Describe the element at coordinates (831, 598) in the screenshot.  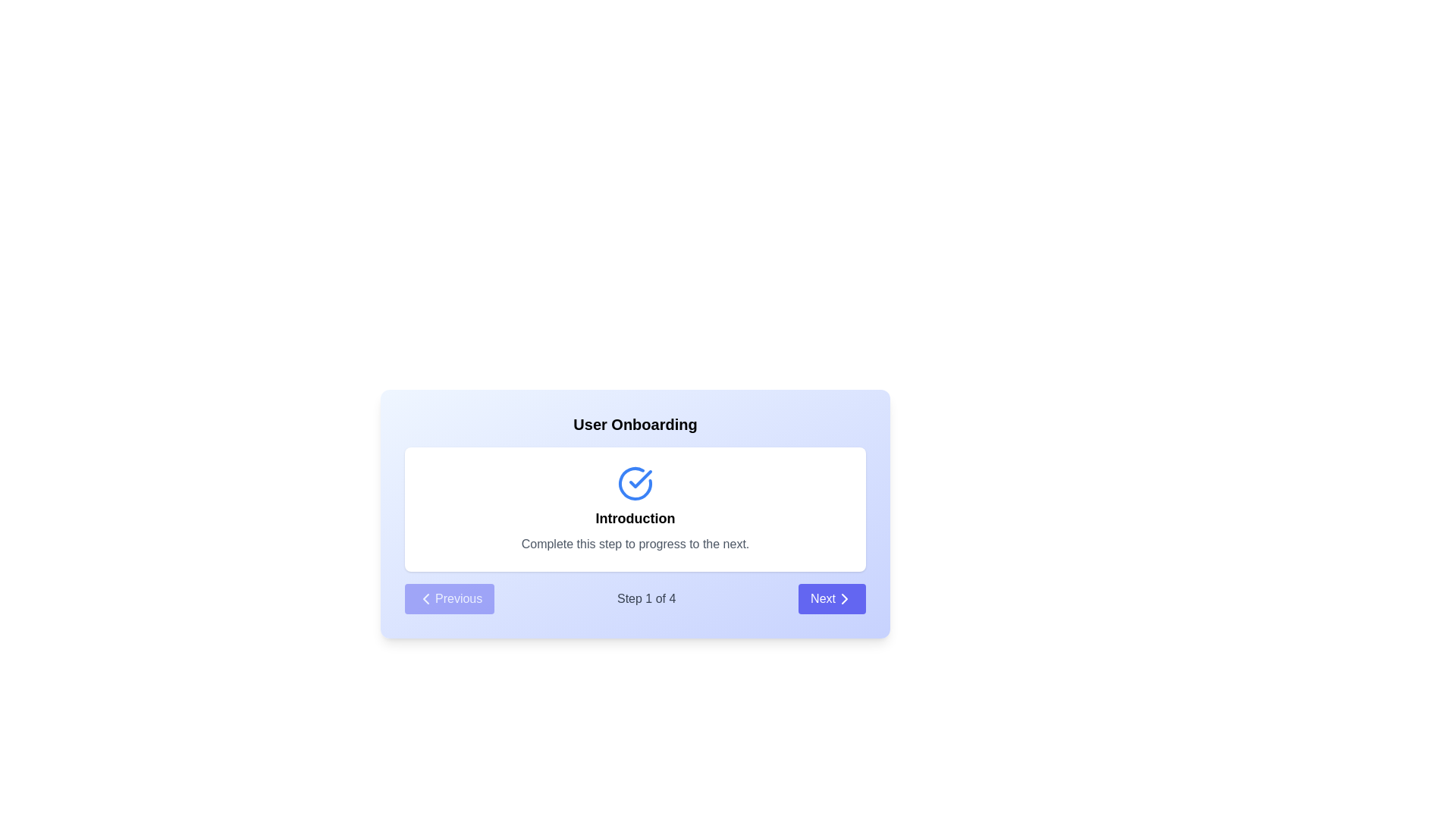
I see `'Next' button to navigate to the next step` at that location.